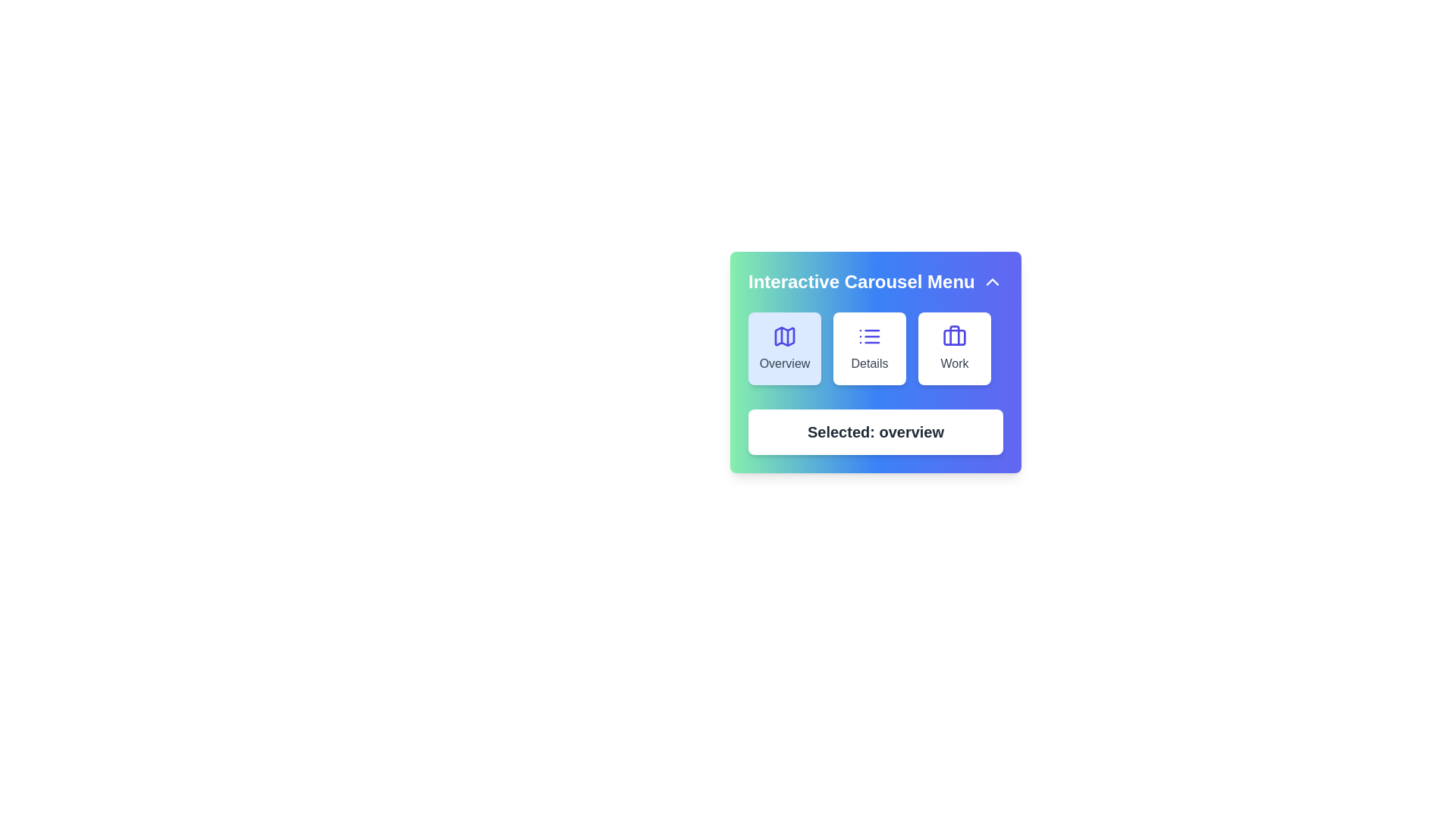  I want to click on the slide labeled Details from the carousel, so click(870, 348).